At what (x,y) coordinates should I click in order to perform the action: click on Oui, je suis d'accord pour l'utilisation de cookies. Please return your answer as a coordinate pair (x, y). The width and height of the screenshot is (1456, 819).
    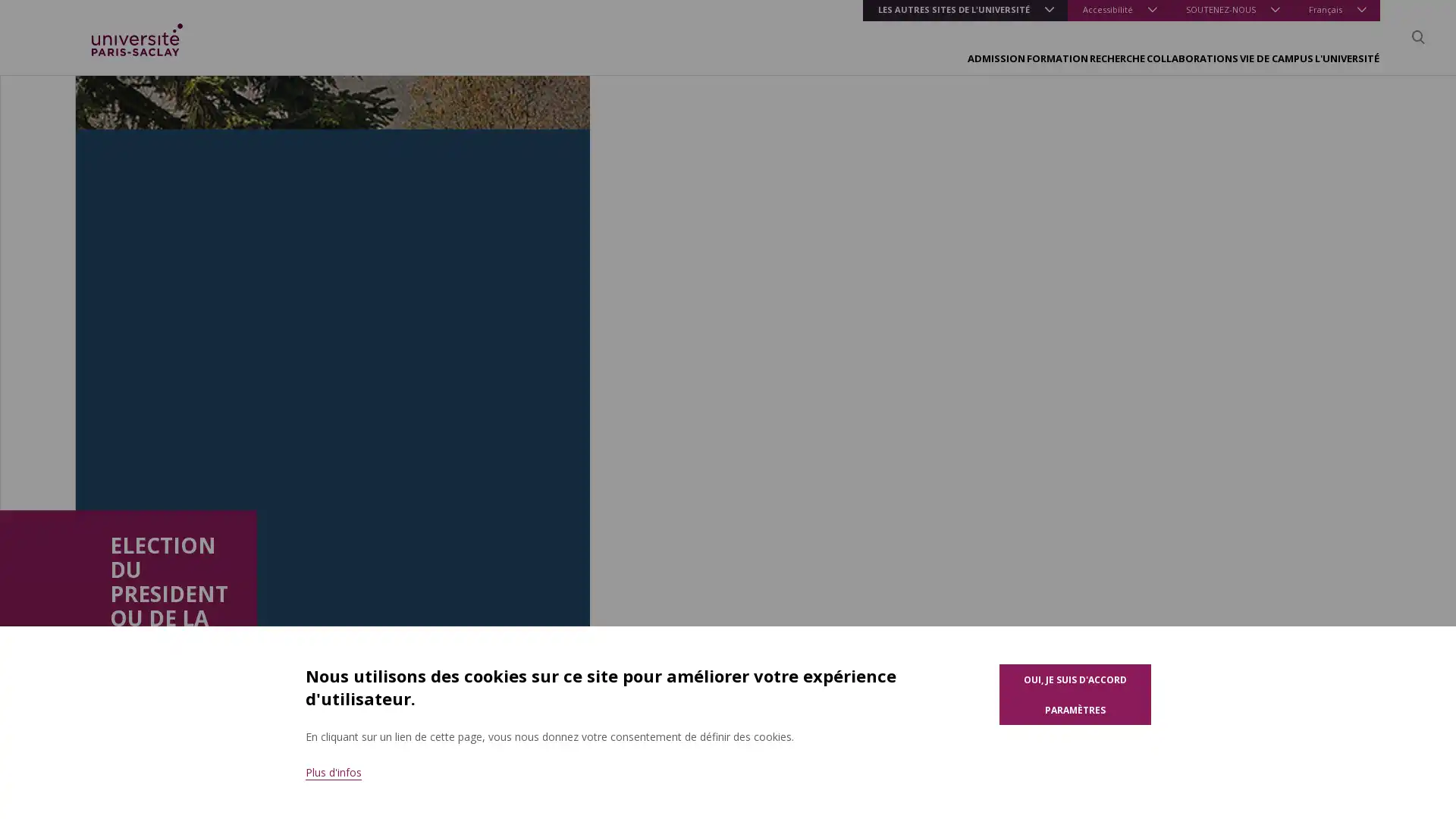
    Looking at the image, I should click on (1073, 678).